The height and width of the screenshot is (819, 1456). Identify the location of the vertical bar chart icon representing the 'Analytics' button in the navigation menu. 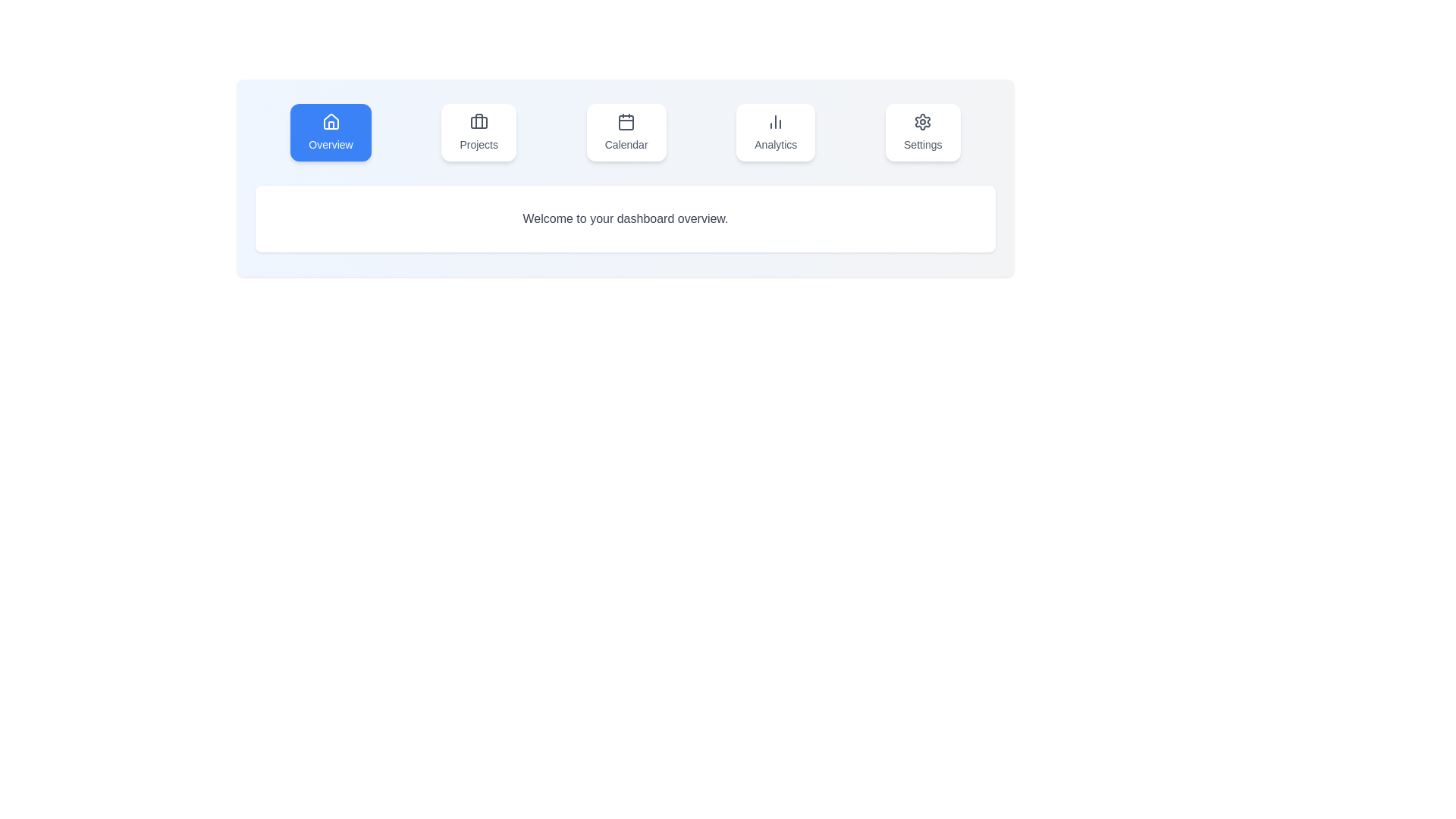
(776, 121).